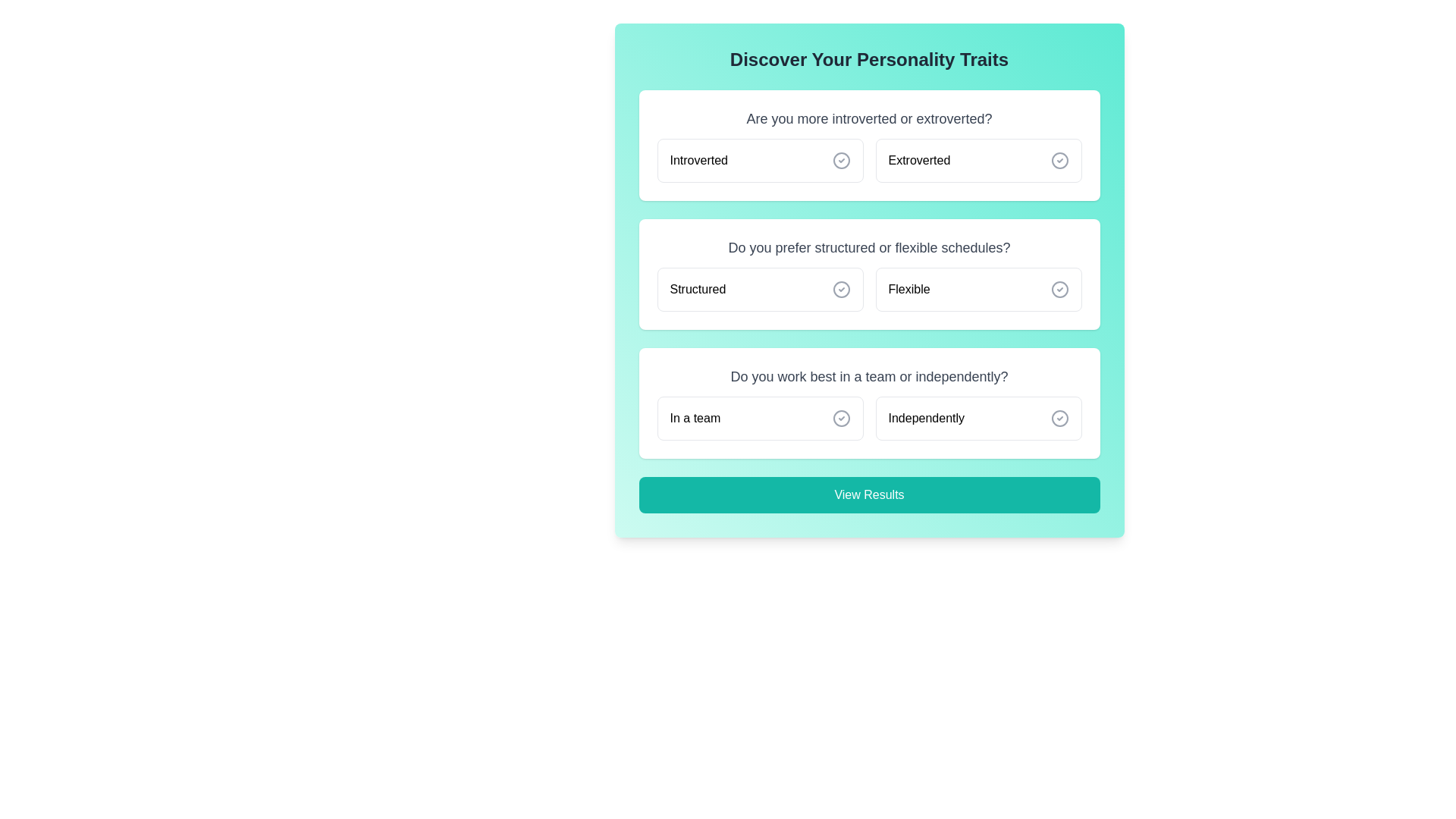  Describe the element at coordinates (978, 289) in the screenshot. I see `the selectable option button for indicating a preference for flexible scheduling, which is located to the right of the 'Structured' block` at that location.